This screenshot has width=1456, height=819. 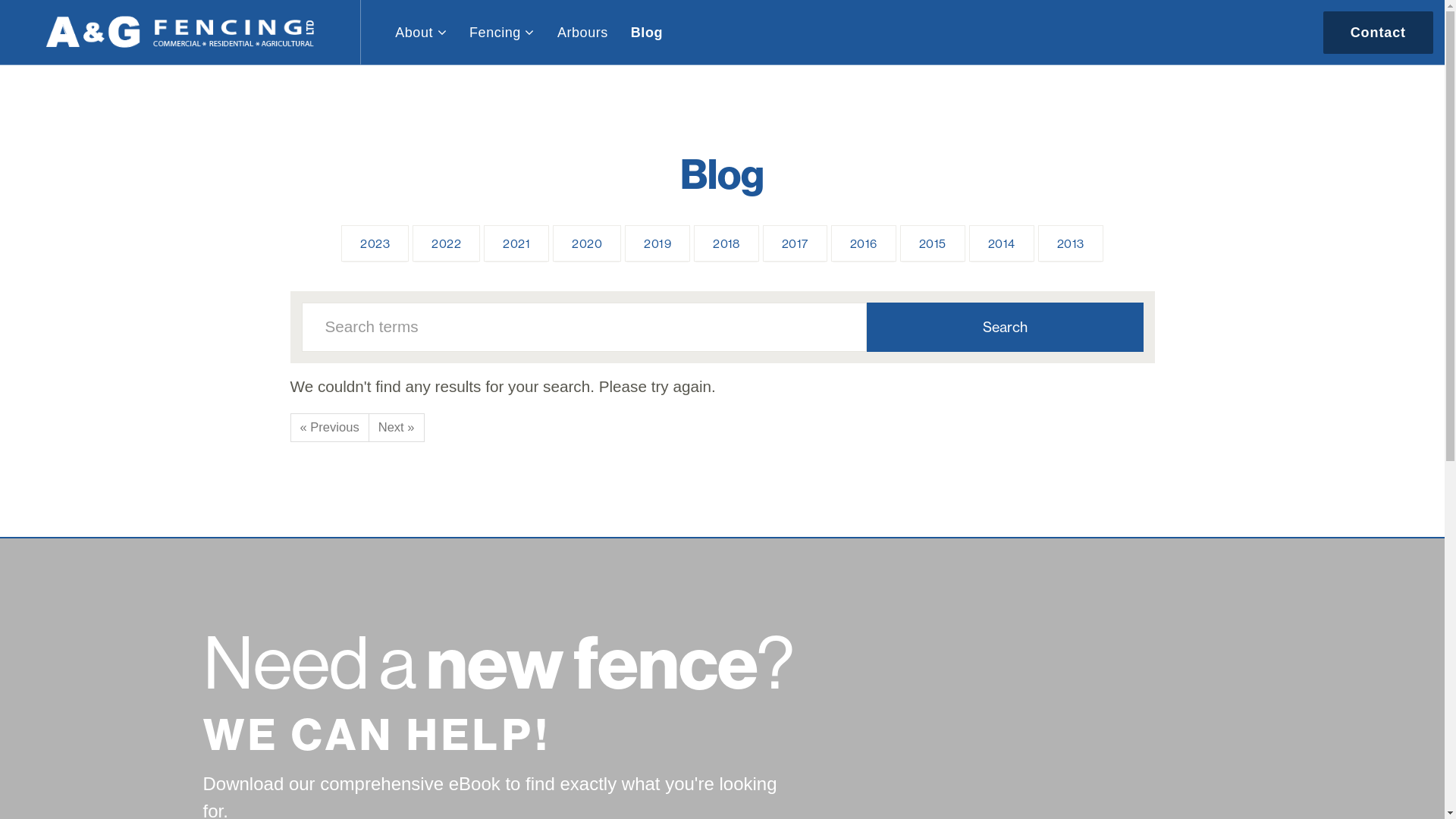 What do you see at coordinates (457, 32) in the screenshot?
I see `'Fencing'` at bounding box center [457, 32].